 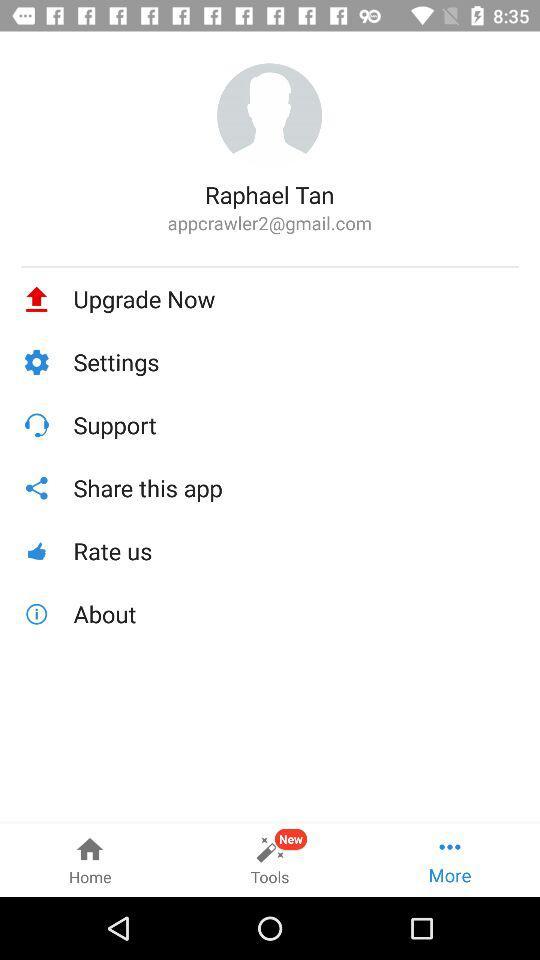 What do you see at coordinates (295, 425) in the screenshot?
I see `icon above share this app` at bounding box center [295, 425].